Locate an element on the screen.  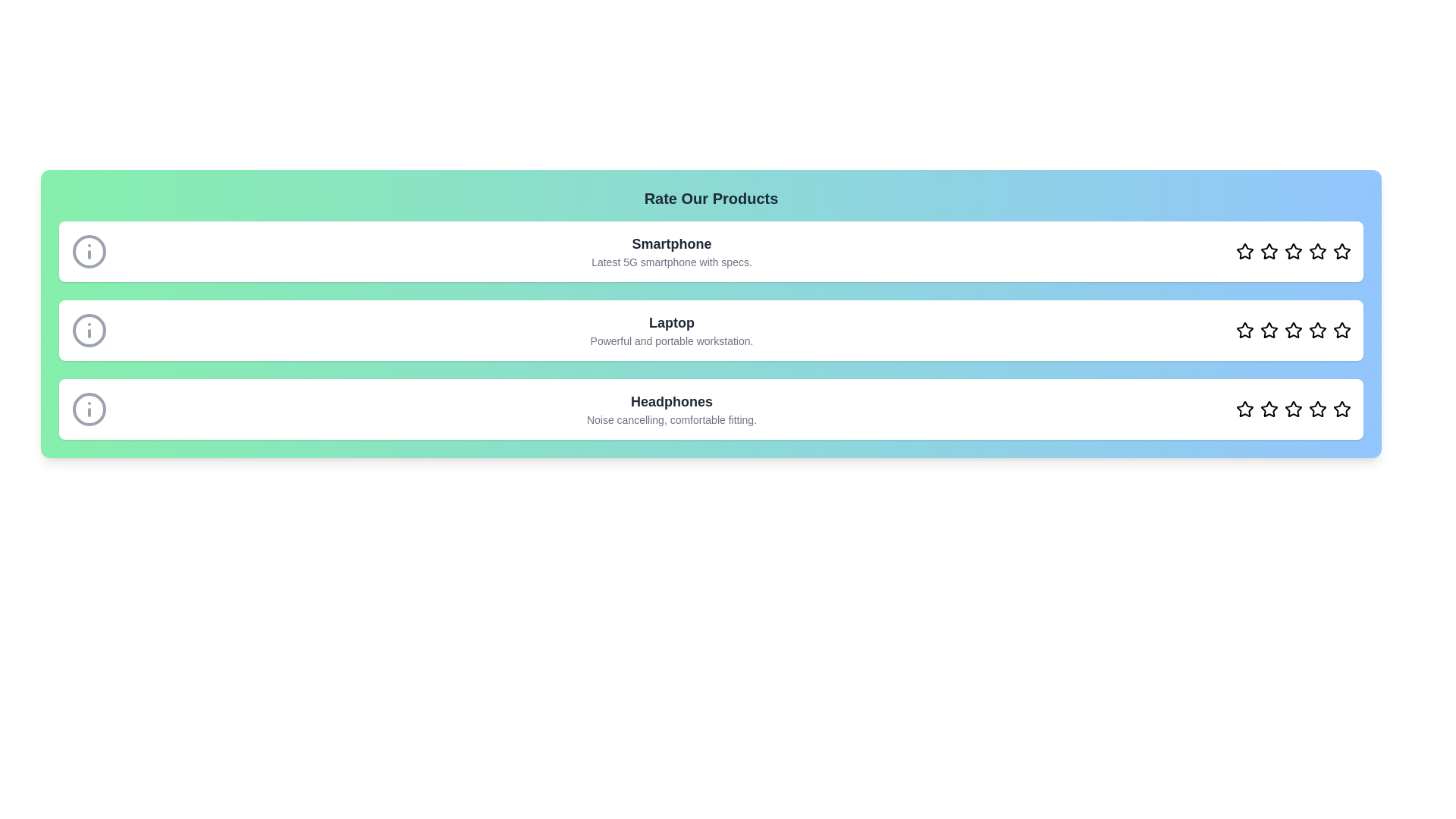
the fourth star is located at coordinates (1291, 250).